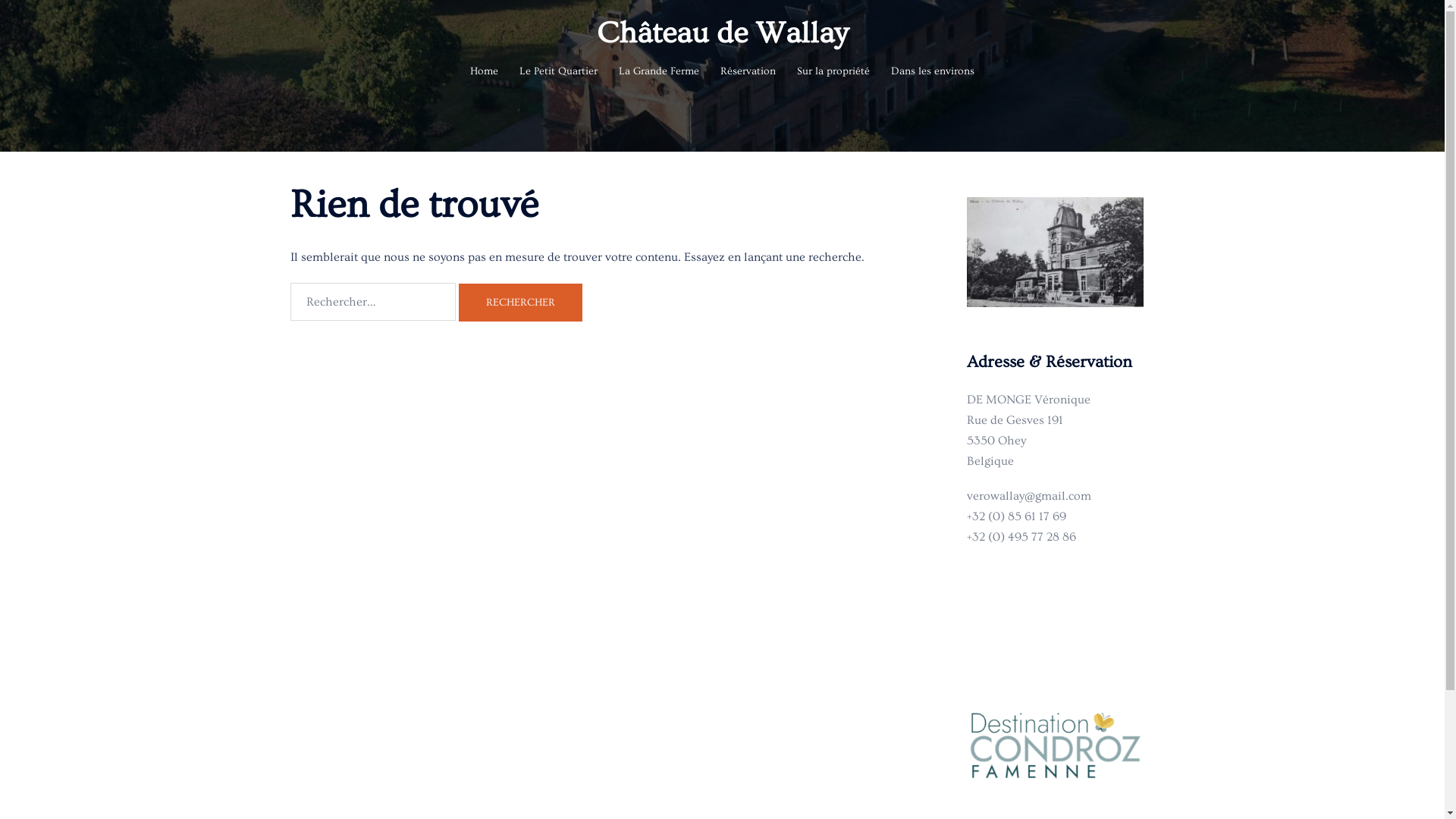 This screenshot has height=819, width=1456. Describe the element at coordinates (658, 72) in the screenshot. I see `'La Grande Ferme'` at that location.